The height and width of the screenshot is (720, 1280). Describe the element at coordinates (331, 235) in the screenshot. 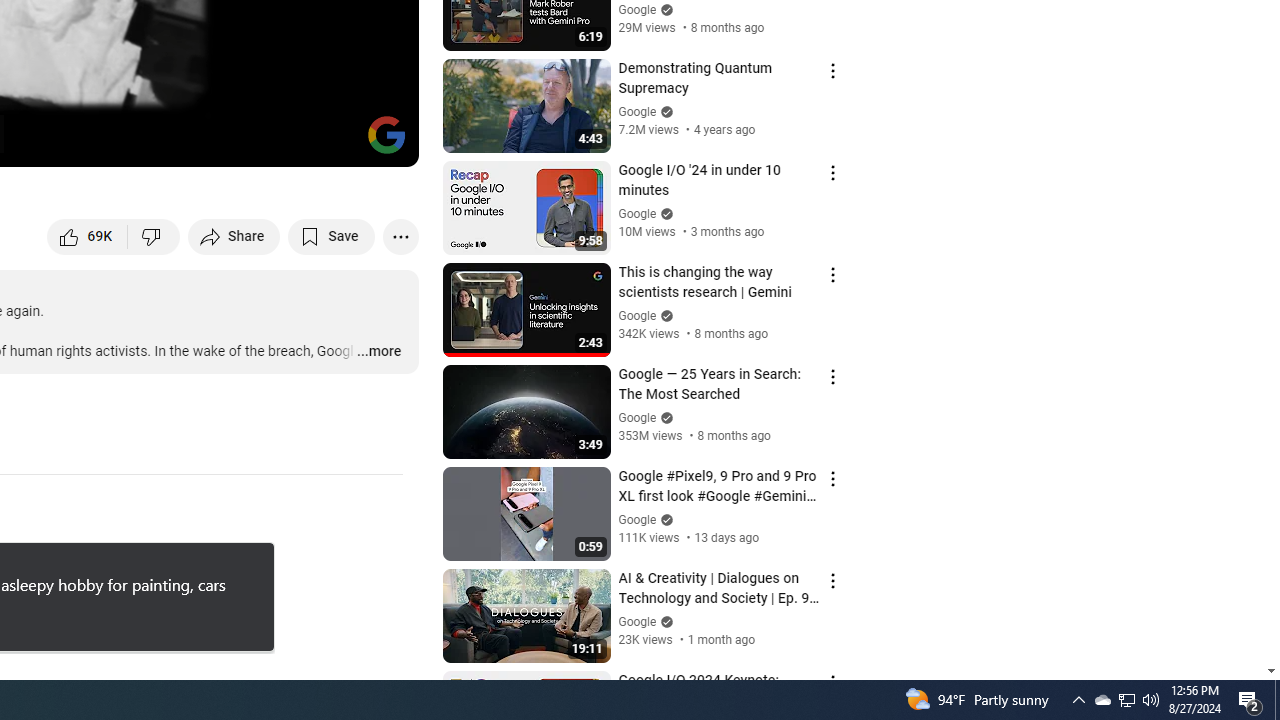

I see `'Save to playlist'` at that location.